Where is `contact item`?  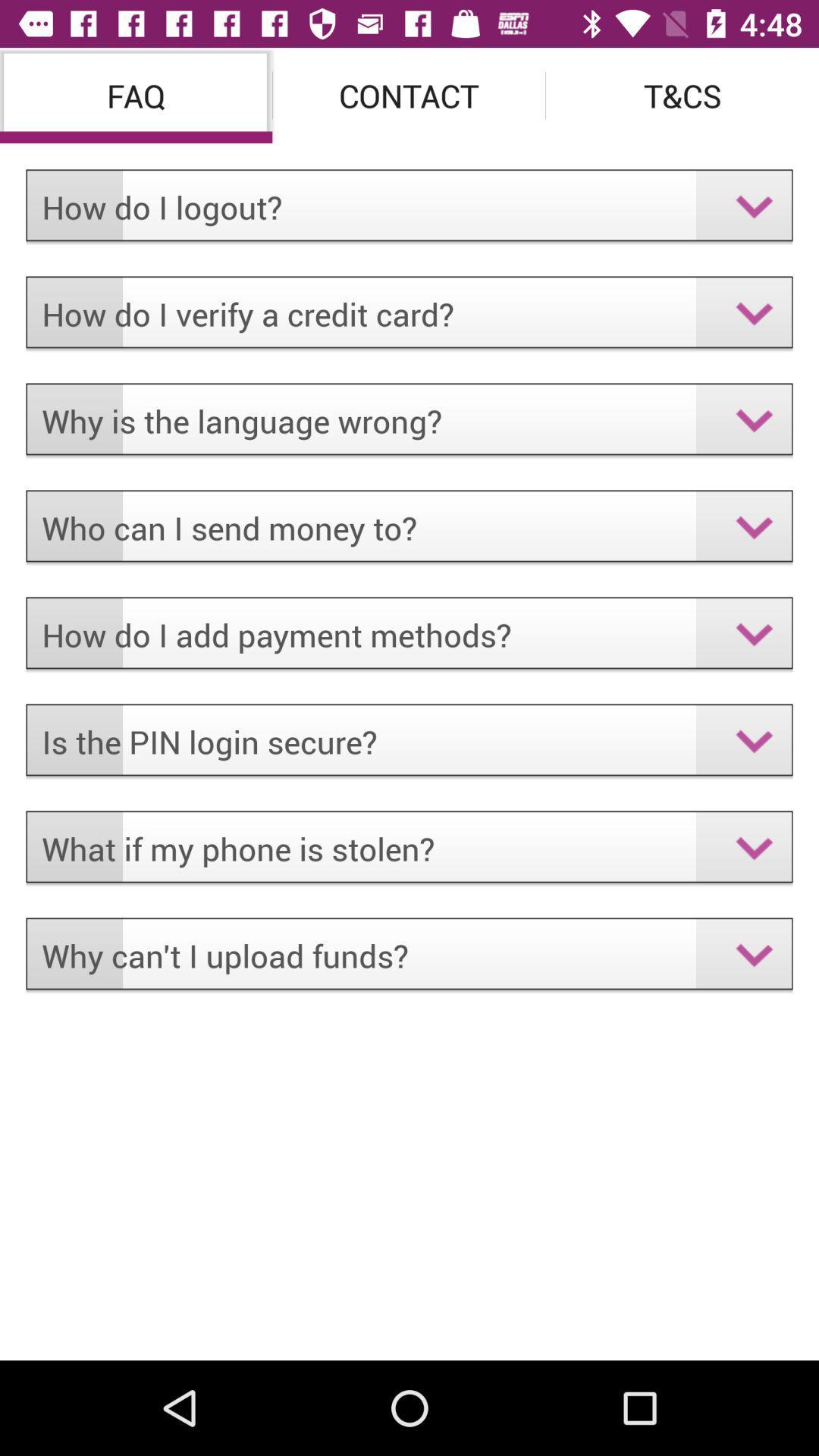 contact item is located at coordinates (408, 94).